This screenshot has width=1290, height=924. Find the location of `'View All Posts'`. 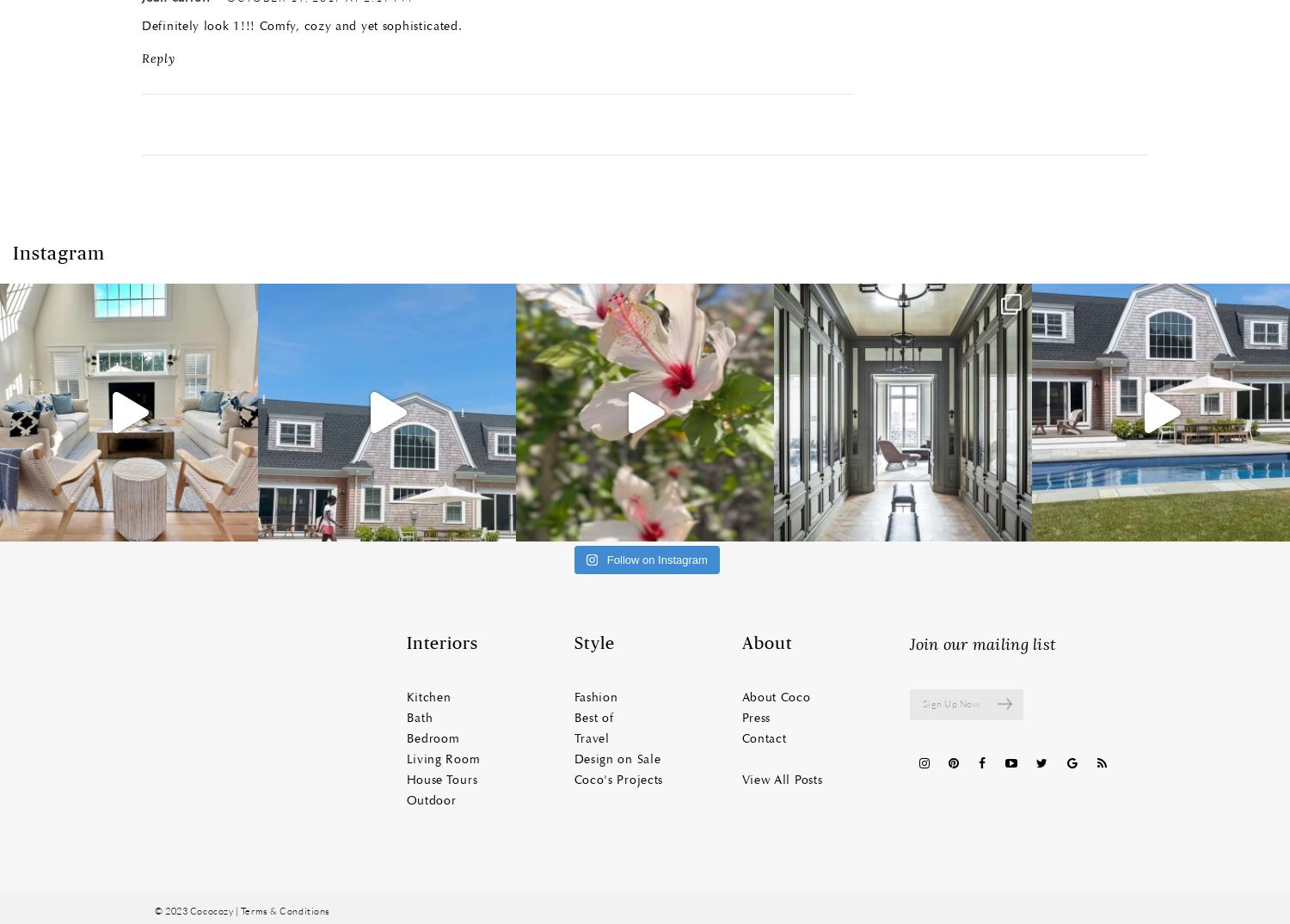

'View All Posts' is located at coordinates (782, 779).